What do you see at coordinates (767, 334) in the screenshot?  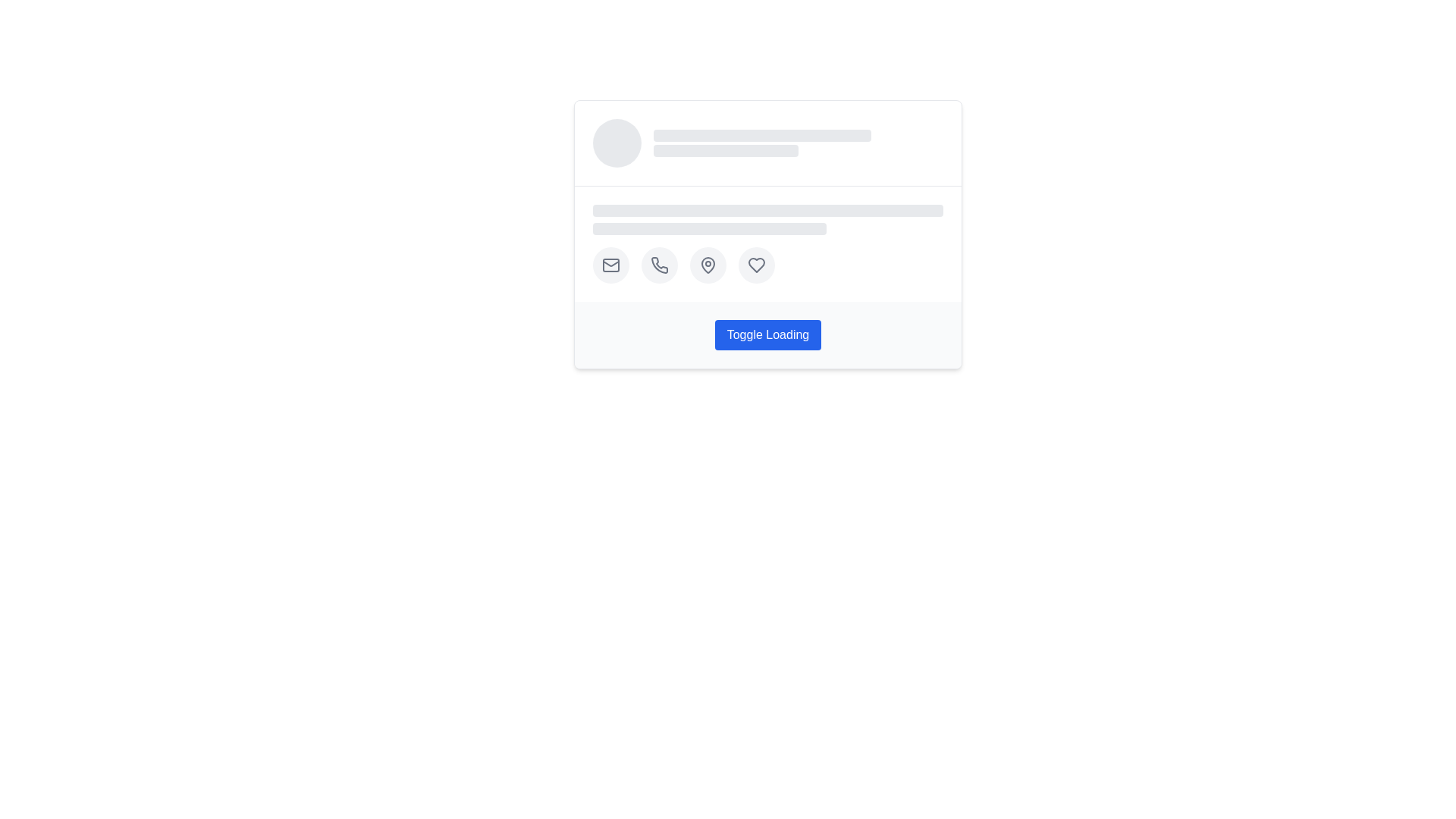 I see `the central toggle button located at the bottom section of the card-like element to observe its hover effects` at bounding box center [767, 334].